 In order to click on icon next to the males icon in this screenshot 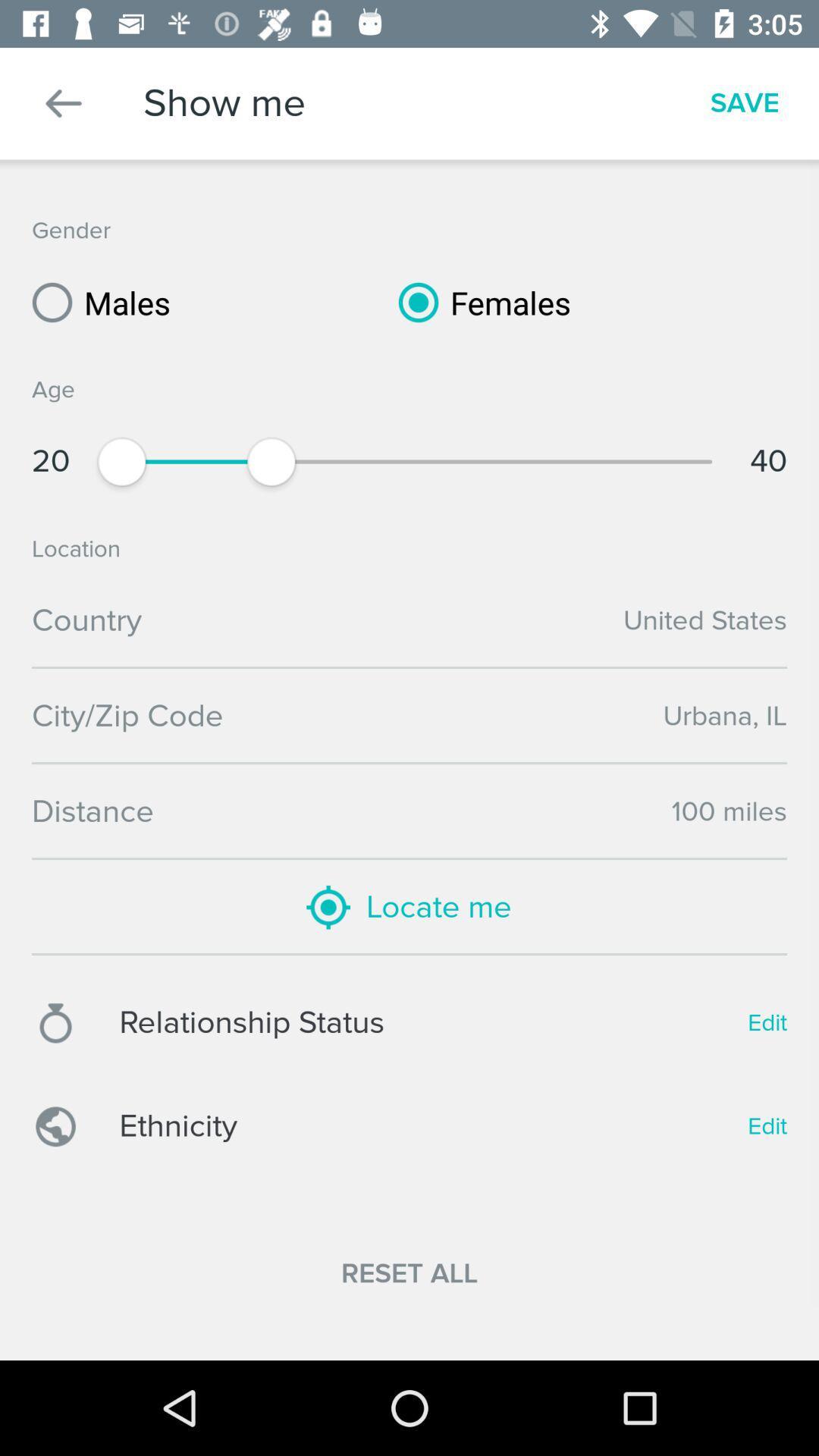, I will do `click(479, 302)`.